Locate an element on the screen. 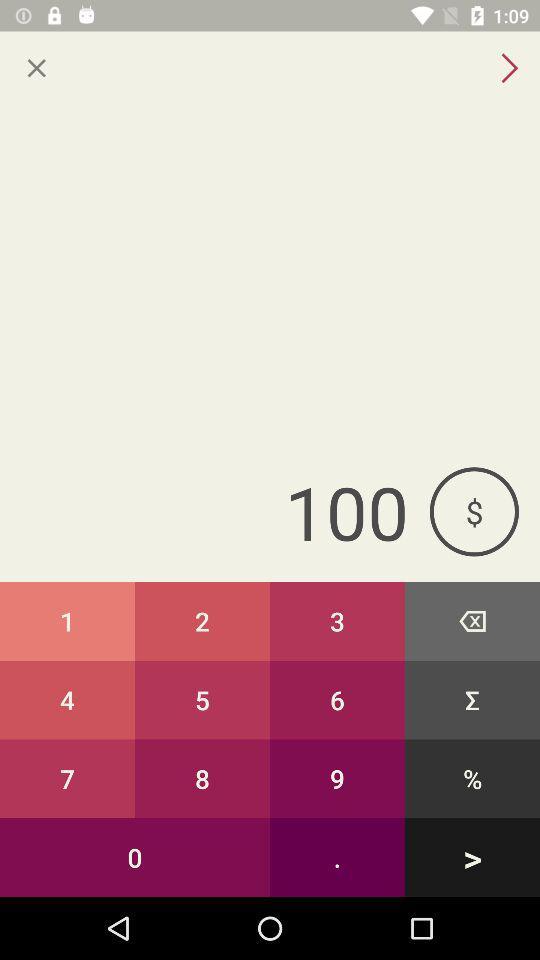  the item to the left of the 9 is located at coordinates (135, 856).